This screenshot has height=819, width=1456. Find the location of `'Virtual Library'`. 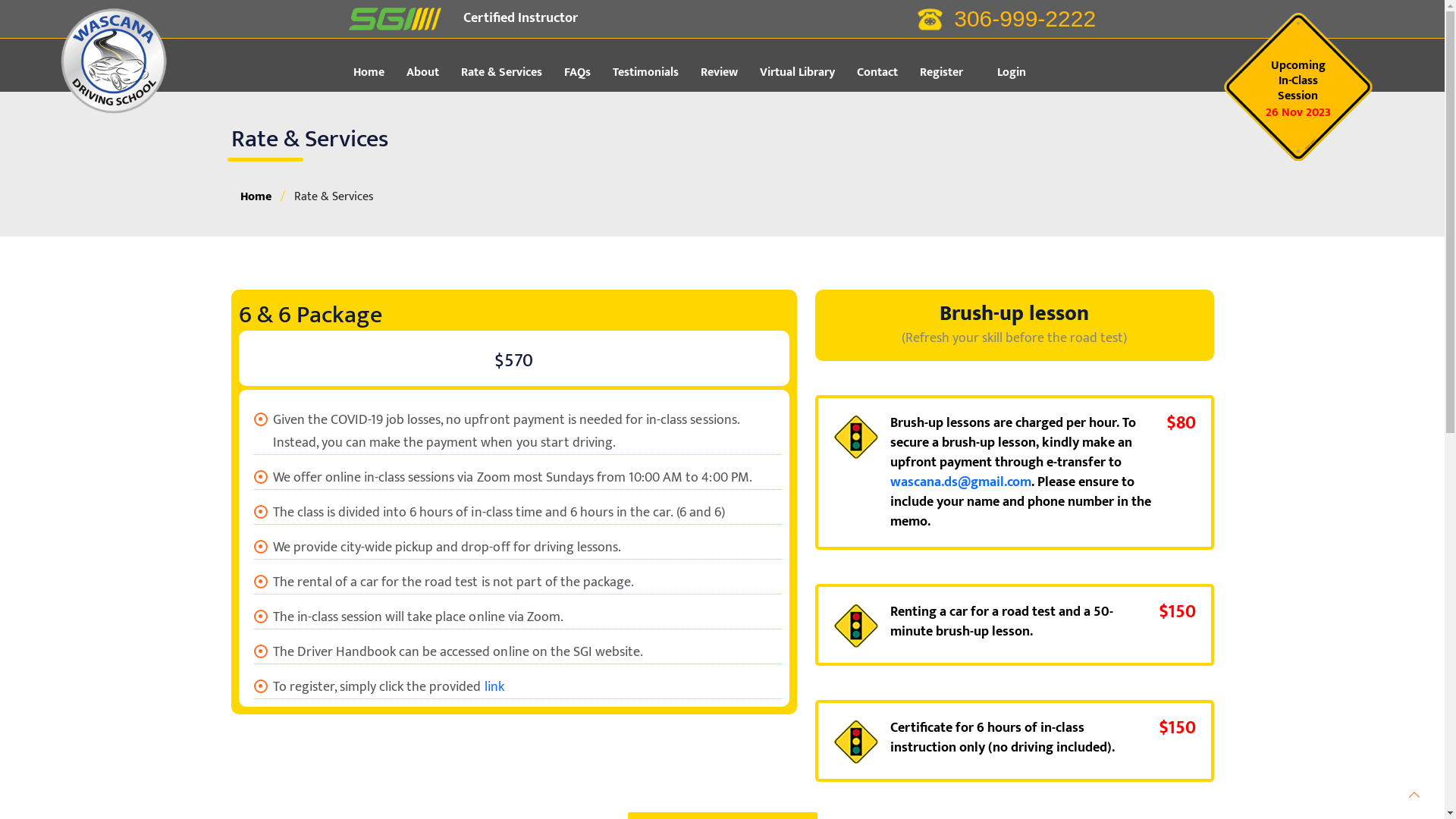

'Virtual Library' is located at coordinates (806, 73).